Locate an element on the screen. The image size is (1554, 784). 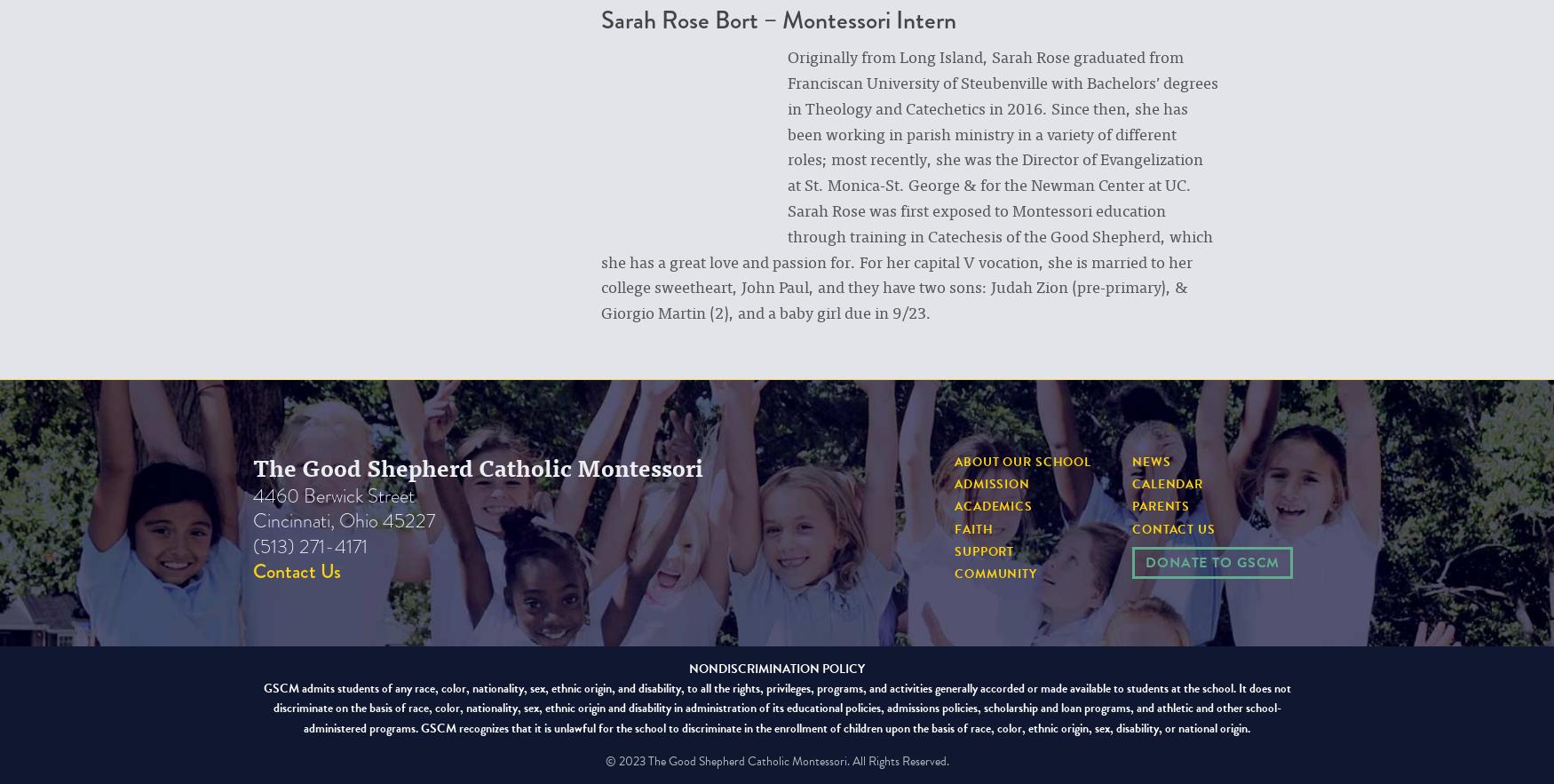
'Cincinnati, Ohio 45227' is located at coordinates (343, 519).